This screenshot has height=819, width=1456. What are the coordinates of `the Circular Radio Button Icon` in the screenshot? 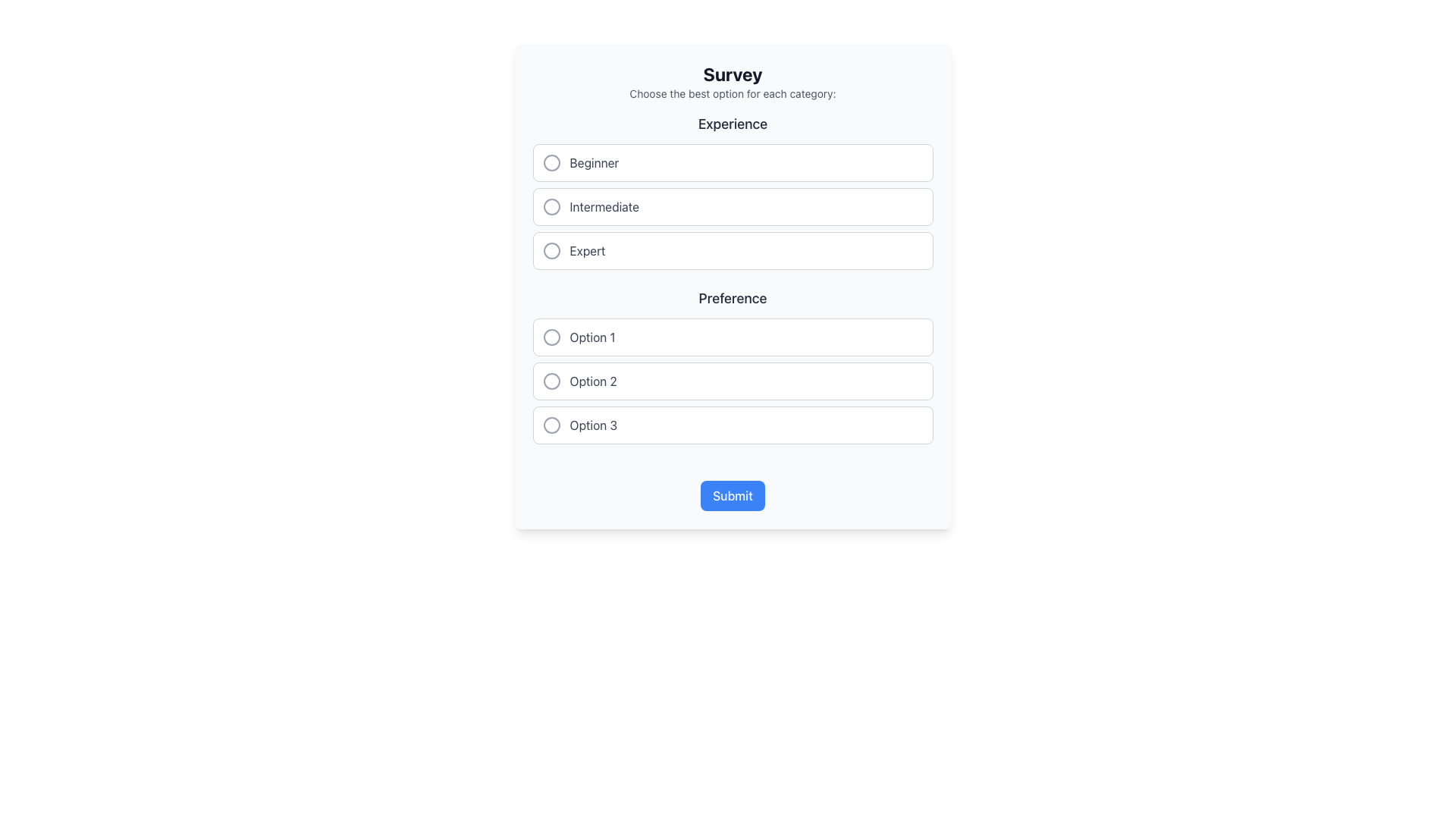 It's located at (551, 207).